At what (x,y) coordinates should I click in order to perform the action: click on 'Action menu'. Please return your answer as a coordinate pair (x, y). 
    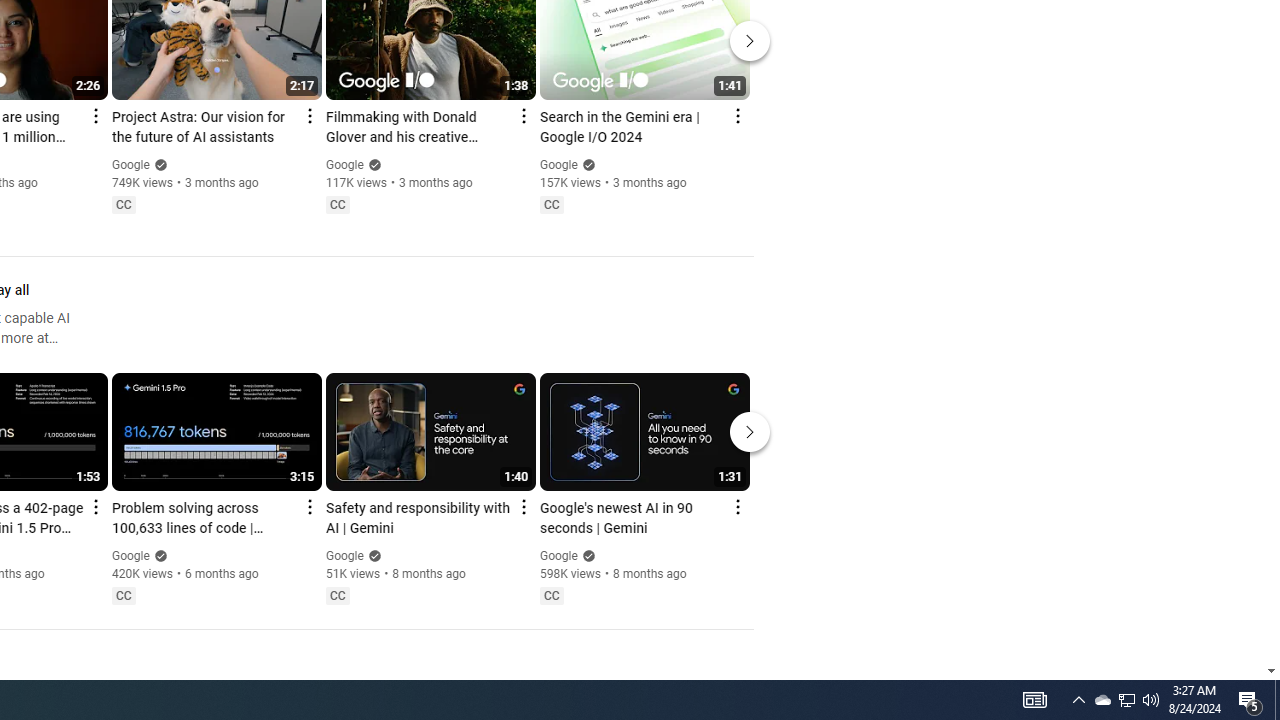
    Looking at the image, I should click on (736, 505).